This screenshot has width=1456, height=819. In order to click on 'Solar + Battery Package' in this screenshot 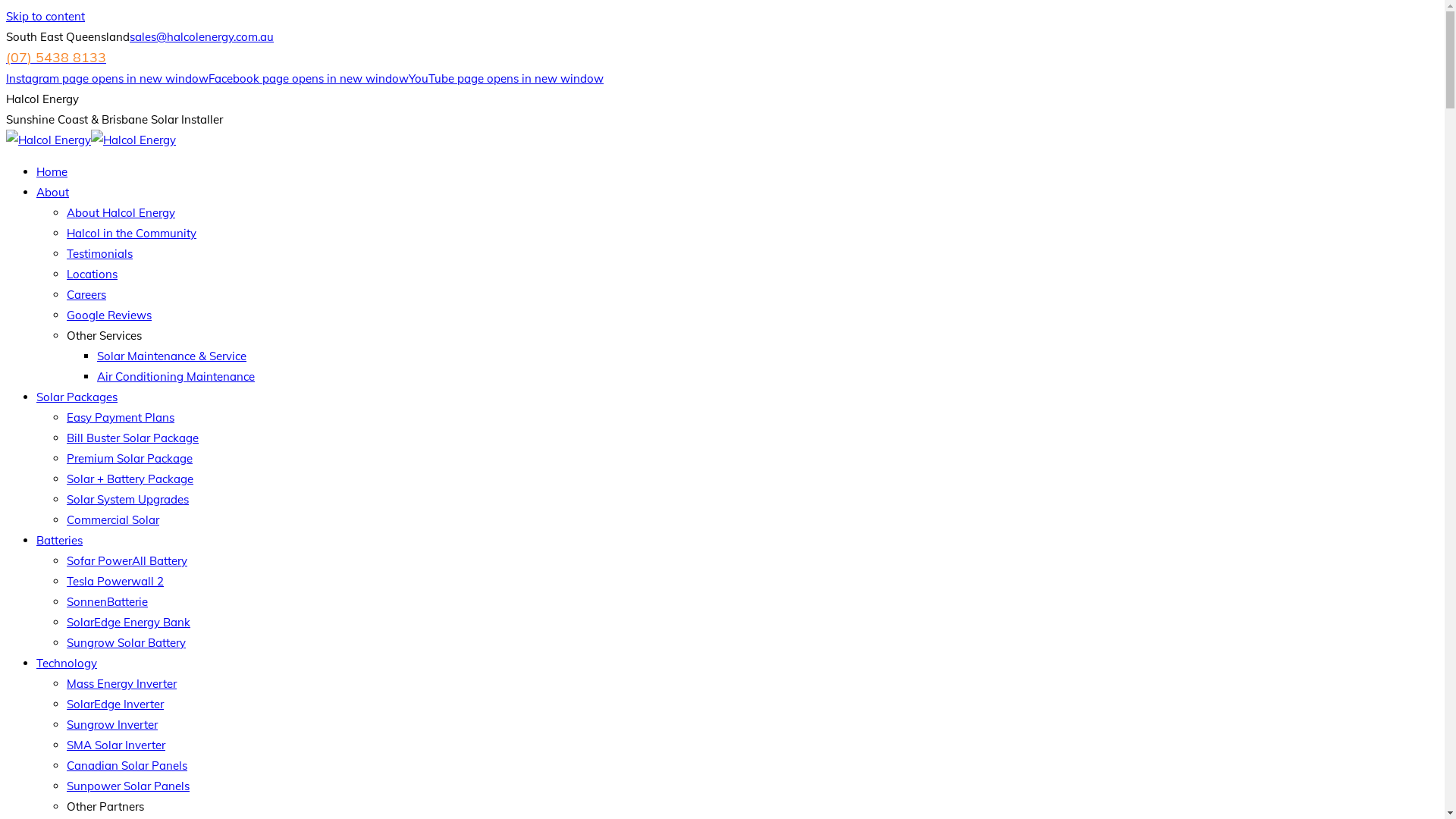, I will do `click(65, 479)`.